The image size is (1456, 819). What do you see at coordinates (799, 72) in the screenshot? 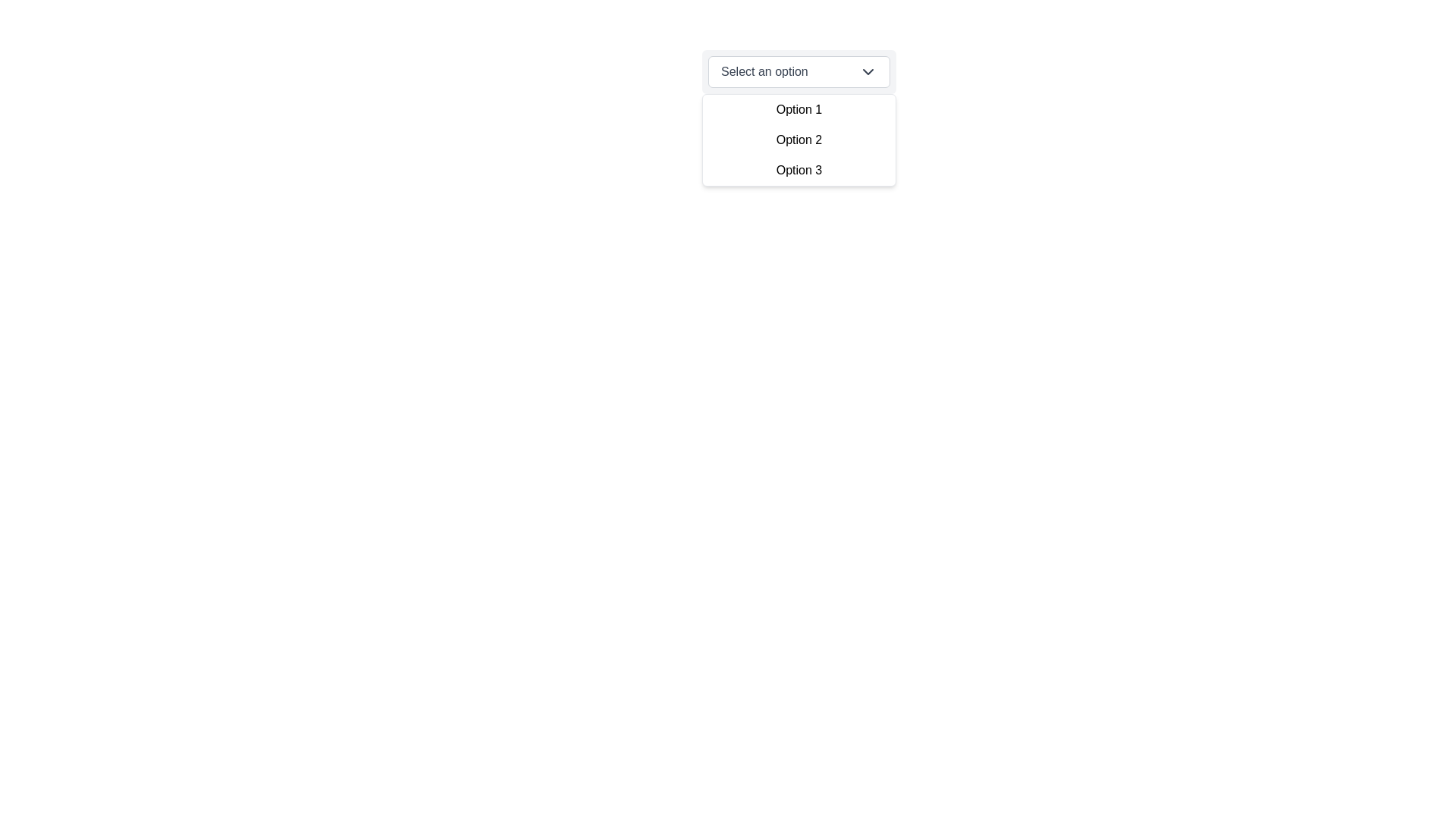
I see `the dropdown selector with the text 'Select an option'` at bounding box center [799, 72].